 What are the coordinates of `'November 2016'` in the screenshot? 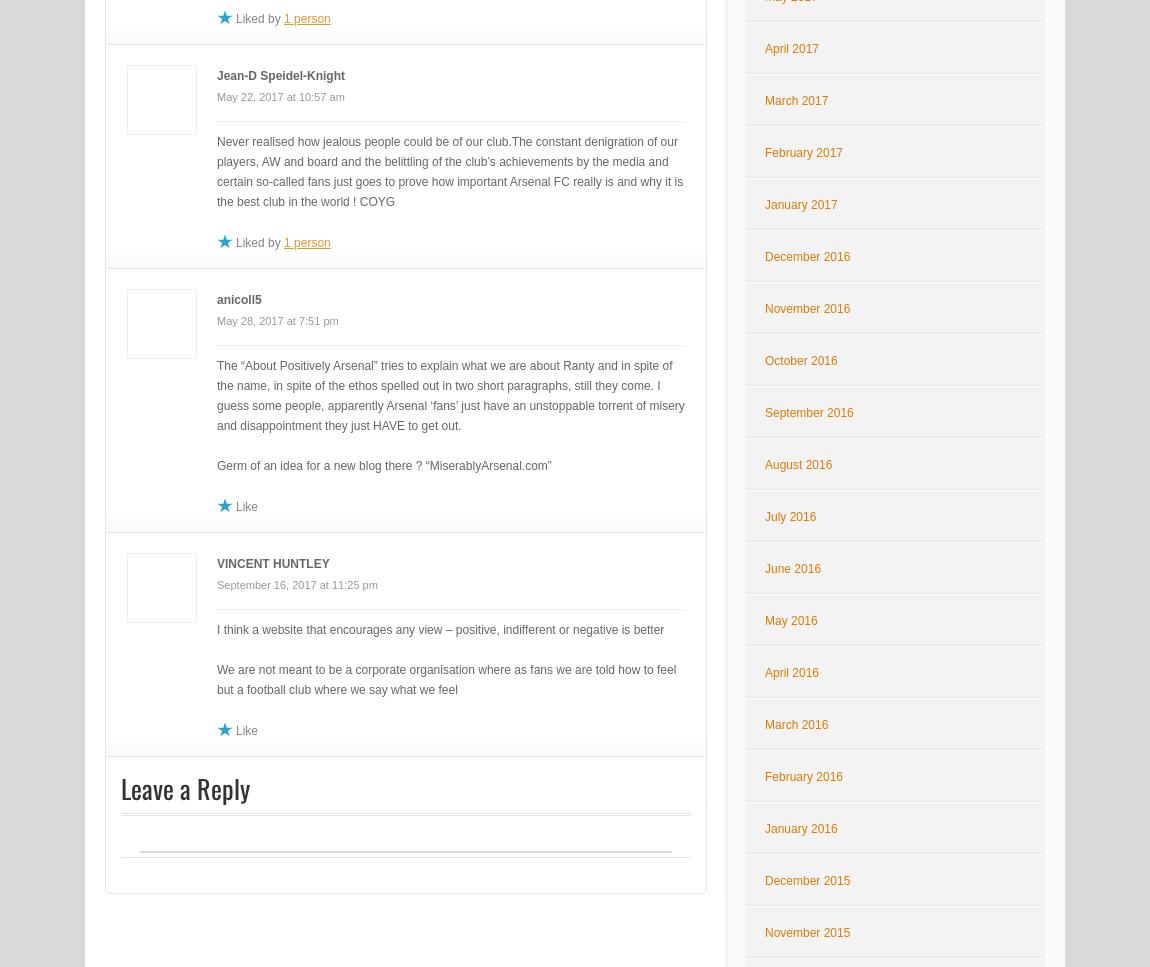 It's located at (806, 308).